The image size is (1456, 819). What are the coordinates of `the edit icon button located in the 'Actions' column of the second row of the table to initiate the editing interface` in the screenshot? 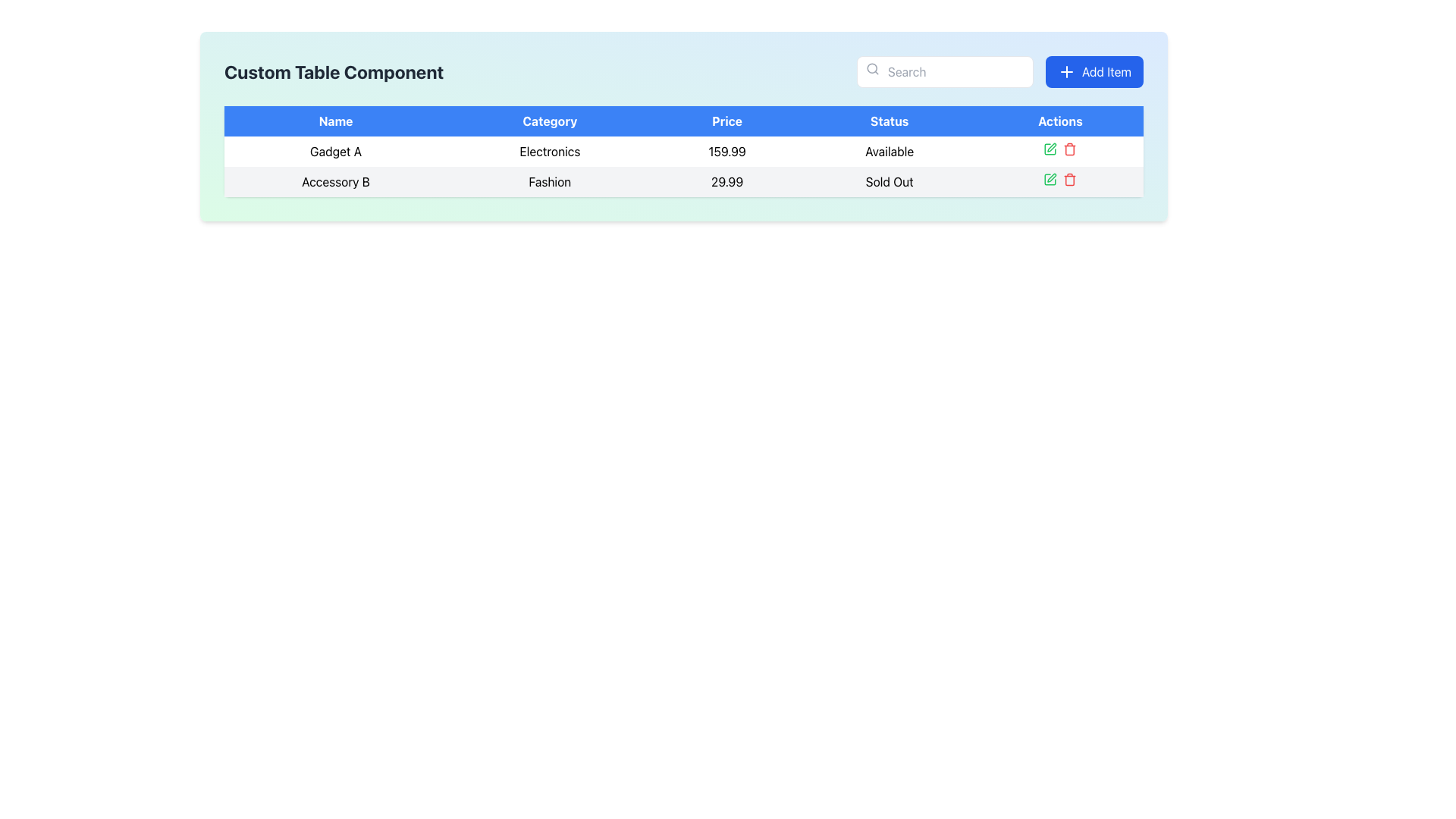 It's located at (1051, 146).